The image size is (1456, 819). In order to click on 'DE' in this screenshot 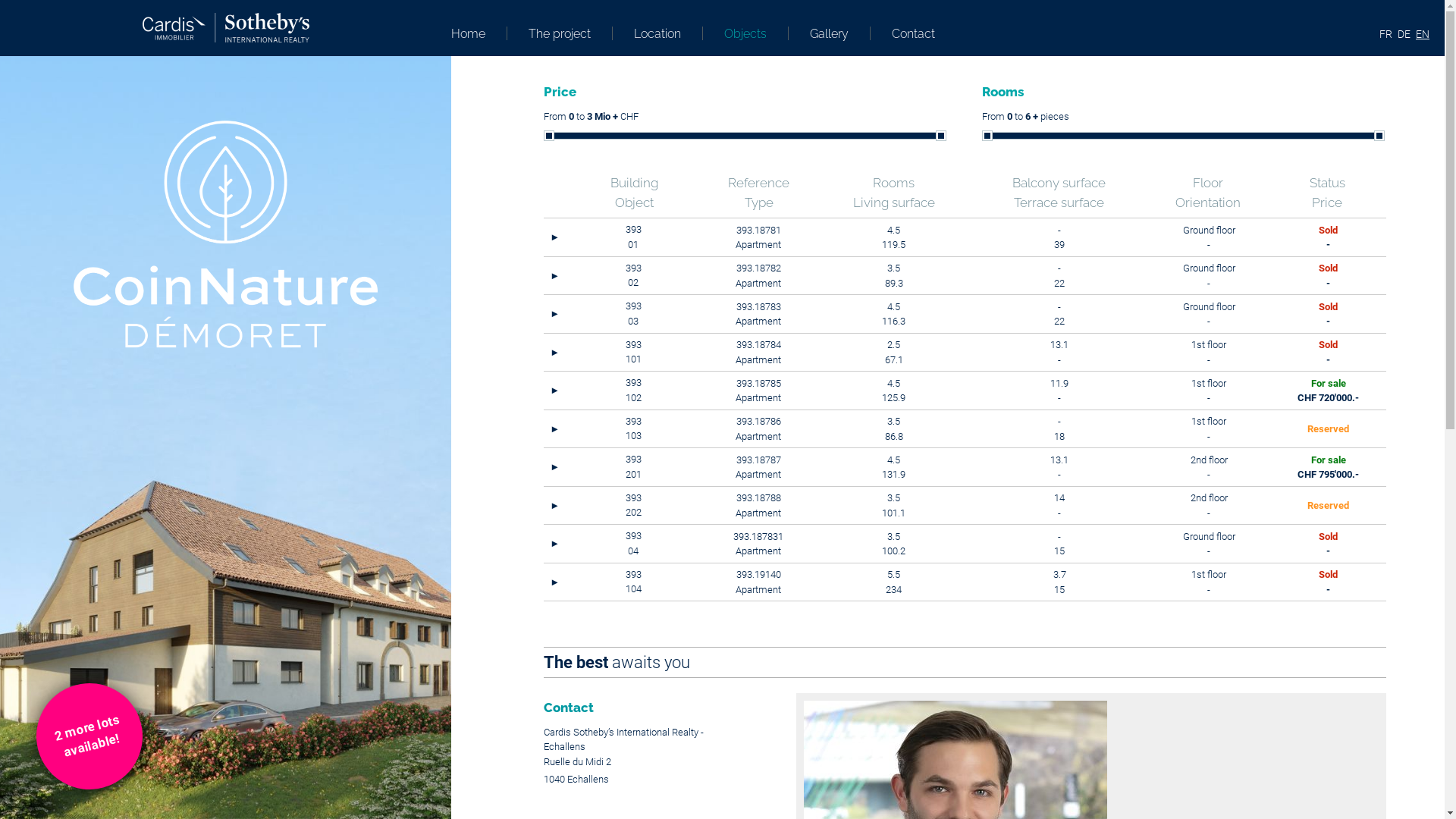, I will do `click(1403, 34)`.